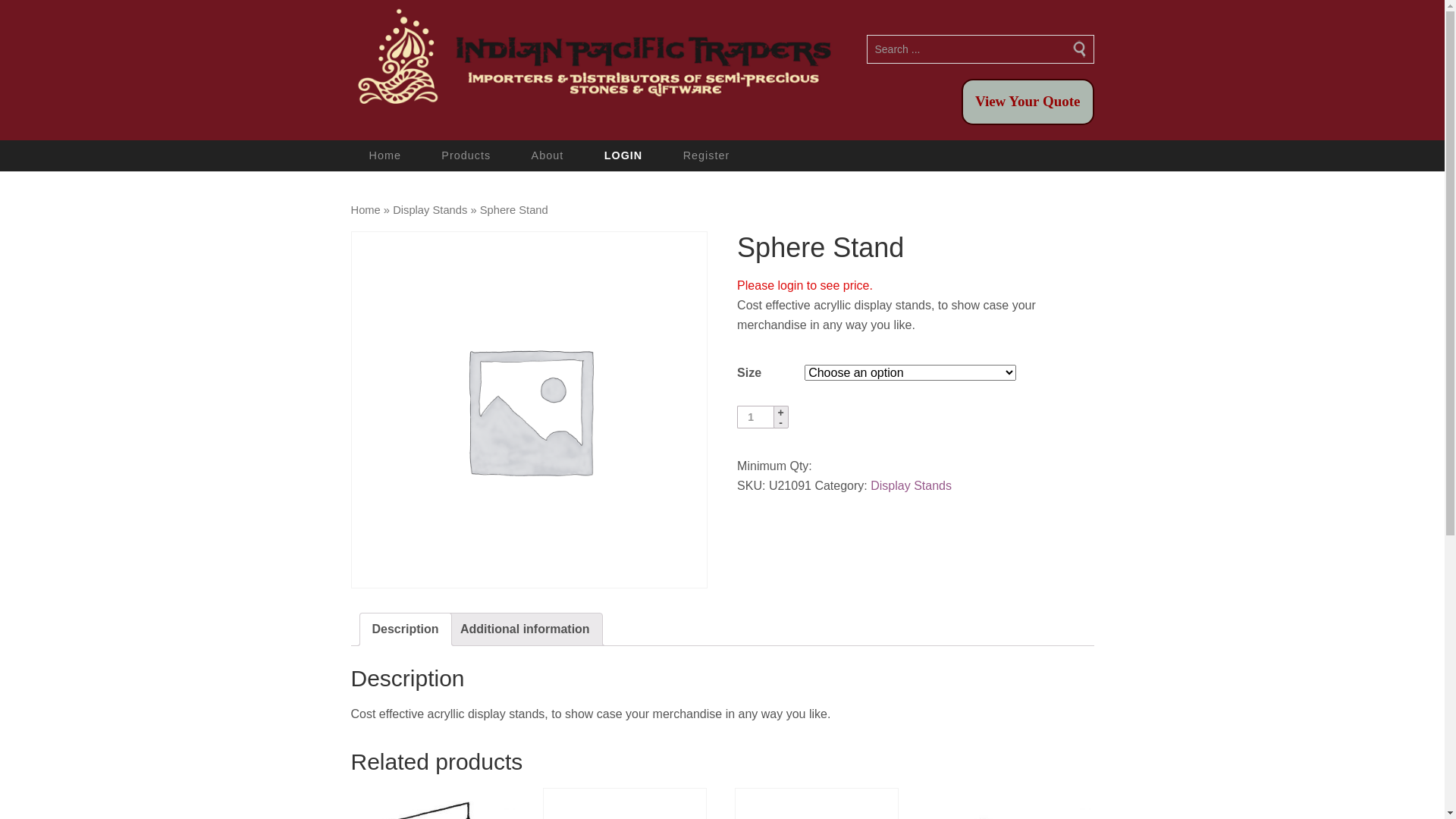  Describe the element at coordinates (428, 210) in the screenshot. I see `'Display Stands'` at that location.